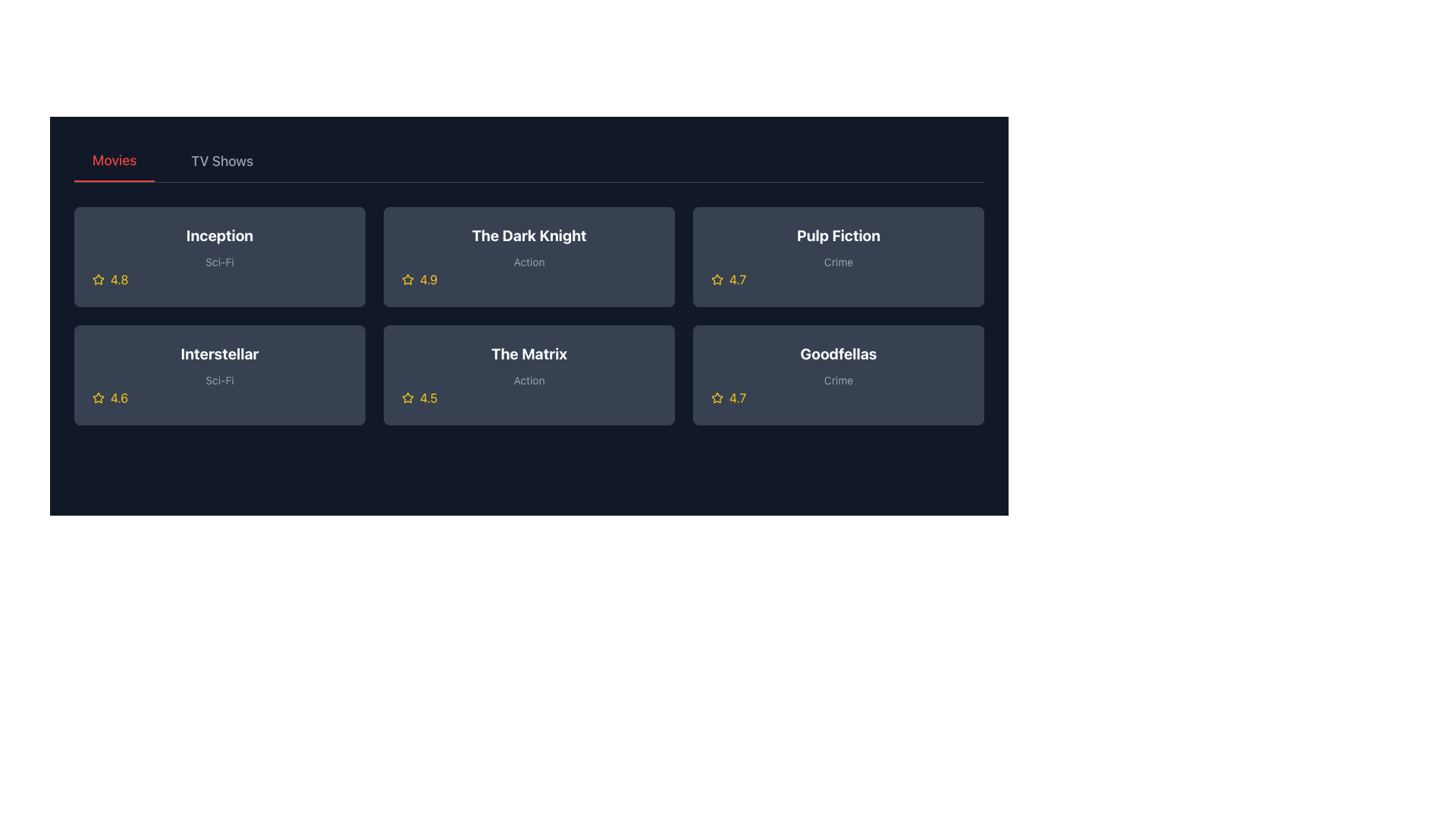 Image resolution: width=1456 pixels, height=819 pixels. What do you see at coordinates (837, 247) in the screenshot?
I see `the text label that displays 'Pulp Fiction' and 'Crime' on a dark gray background in the first row, third column of the grid layout` at bounding box center [837, 247].